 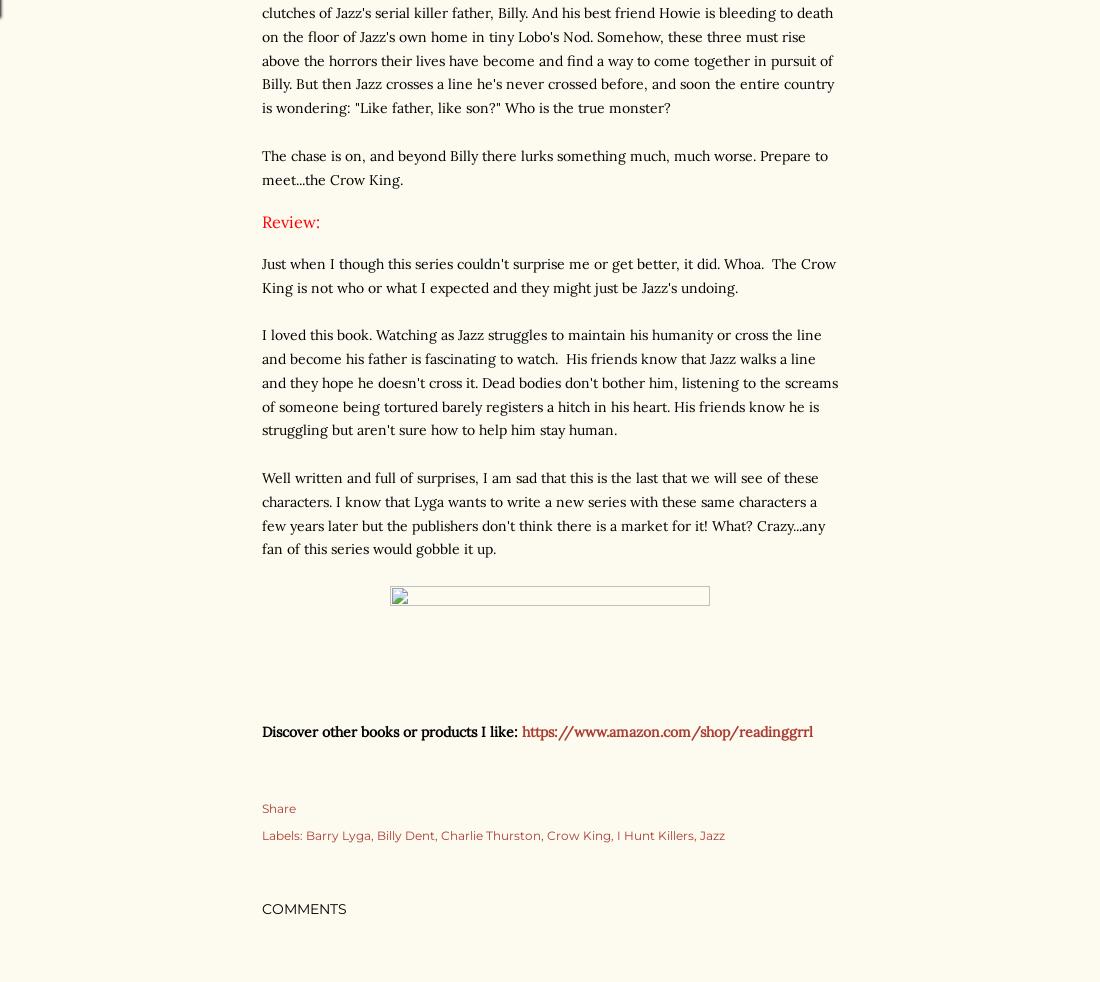 I want to click on 'Billy Dent', so click(x=406, y=835).